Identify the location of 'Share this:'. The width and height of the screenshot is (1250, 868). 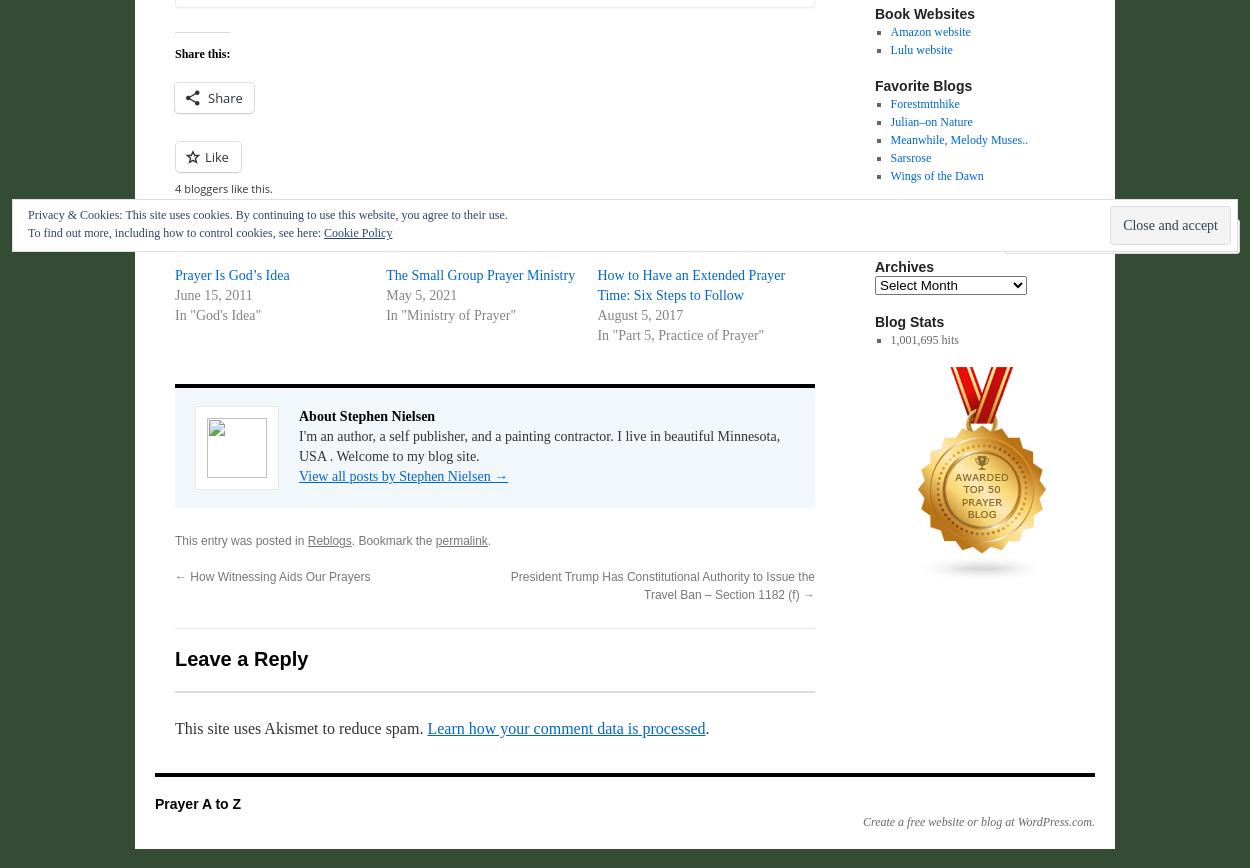
(201, 53).